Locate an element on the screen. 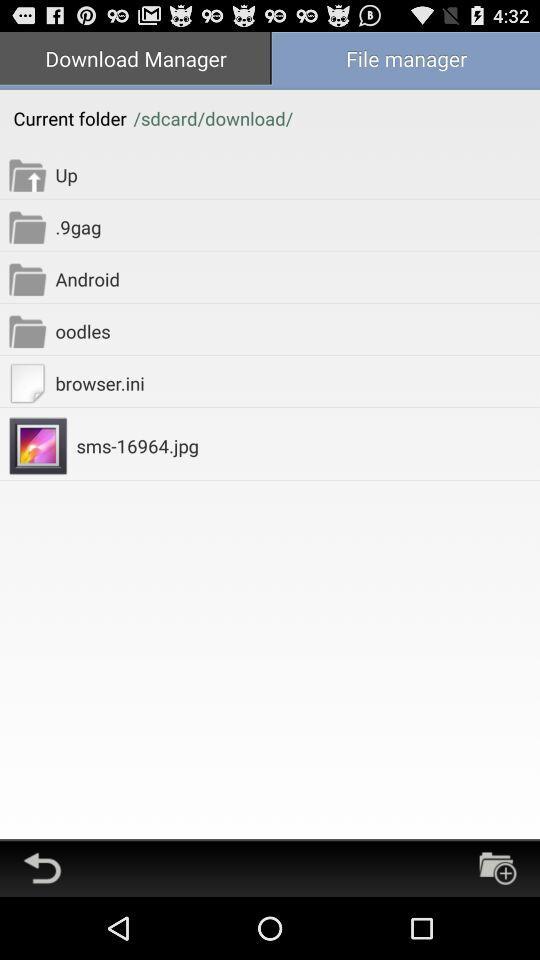 This screenshot has width=540, height=960. .9gag is located at coordinates (296, 226).